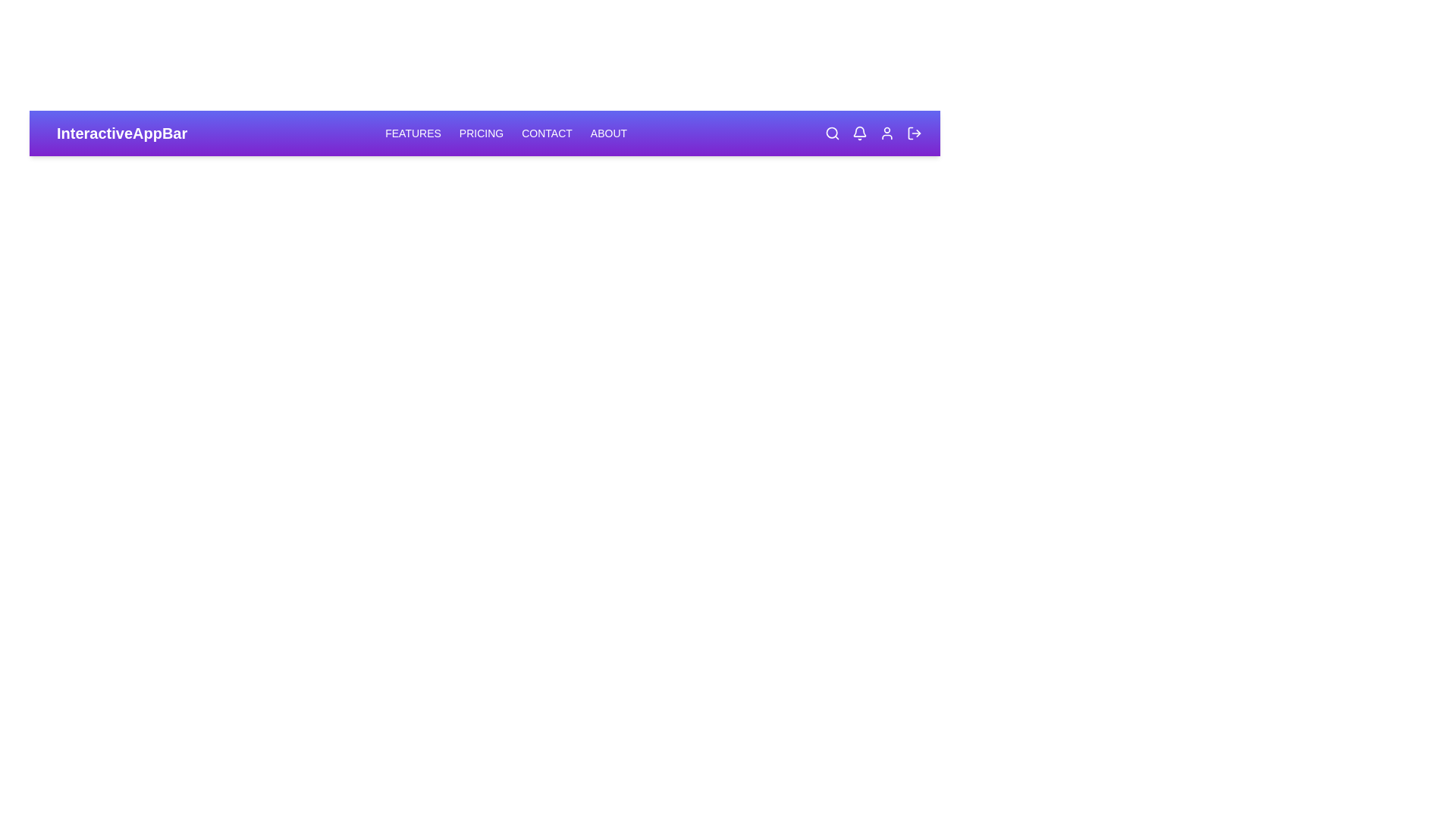 This screenshot has width=1456, height=819. I want to click on the navigation link Pricing to see the hover effect, so click(480, 133).